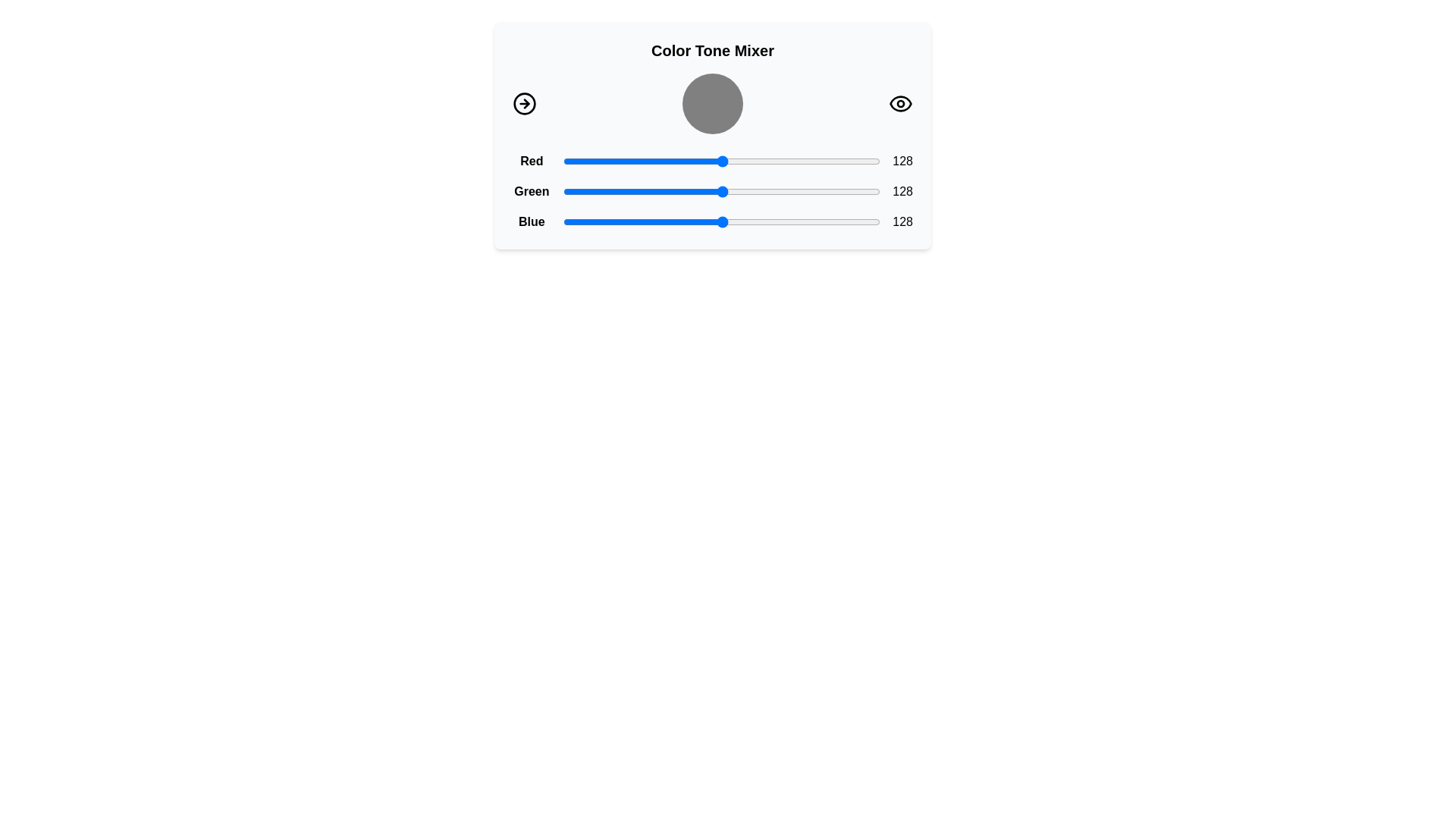  What do you see at coordinates (697, 191) in the screenshot?
I see `the green color intensity` at bounding box center [697, 191].